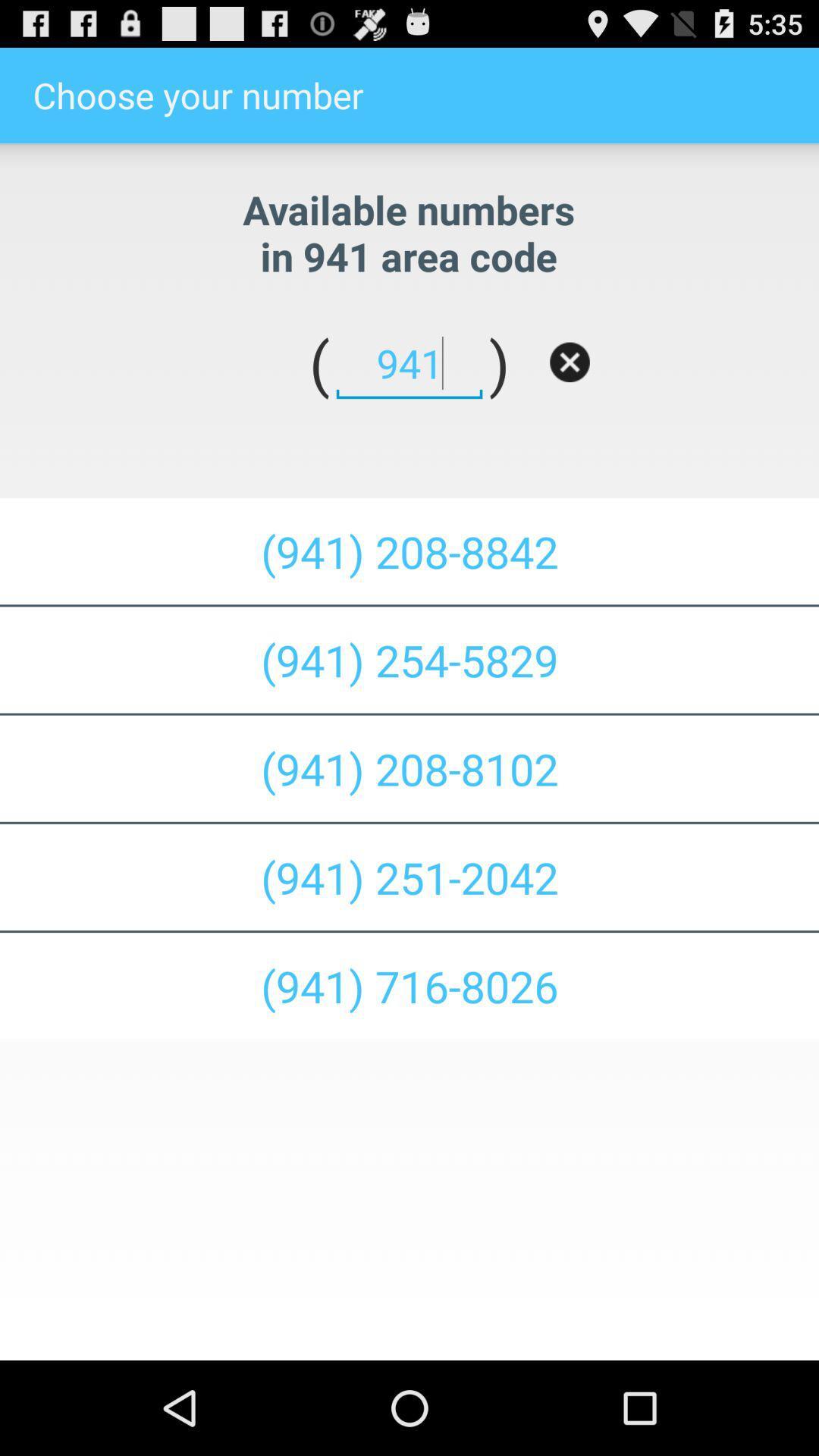  What do you see at coordinates (570, 361) in the screenshot?
I see `entry` at bounding box center [570, 361].